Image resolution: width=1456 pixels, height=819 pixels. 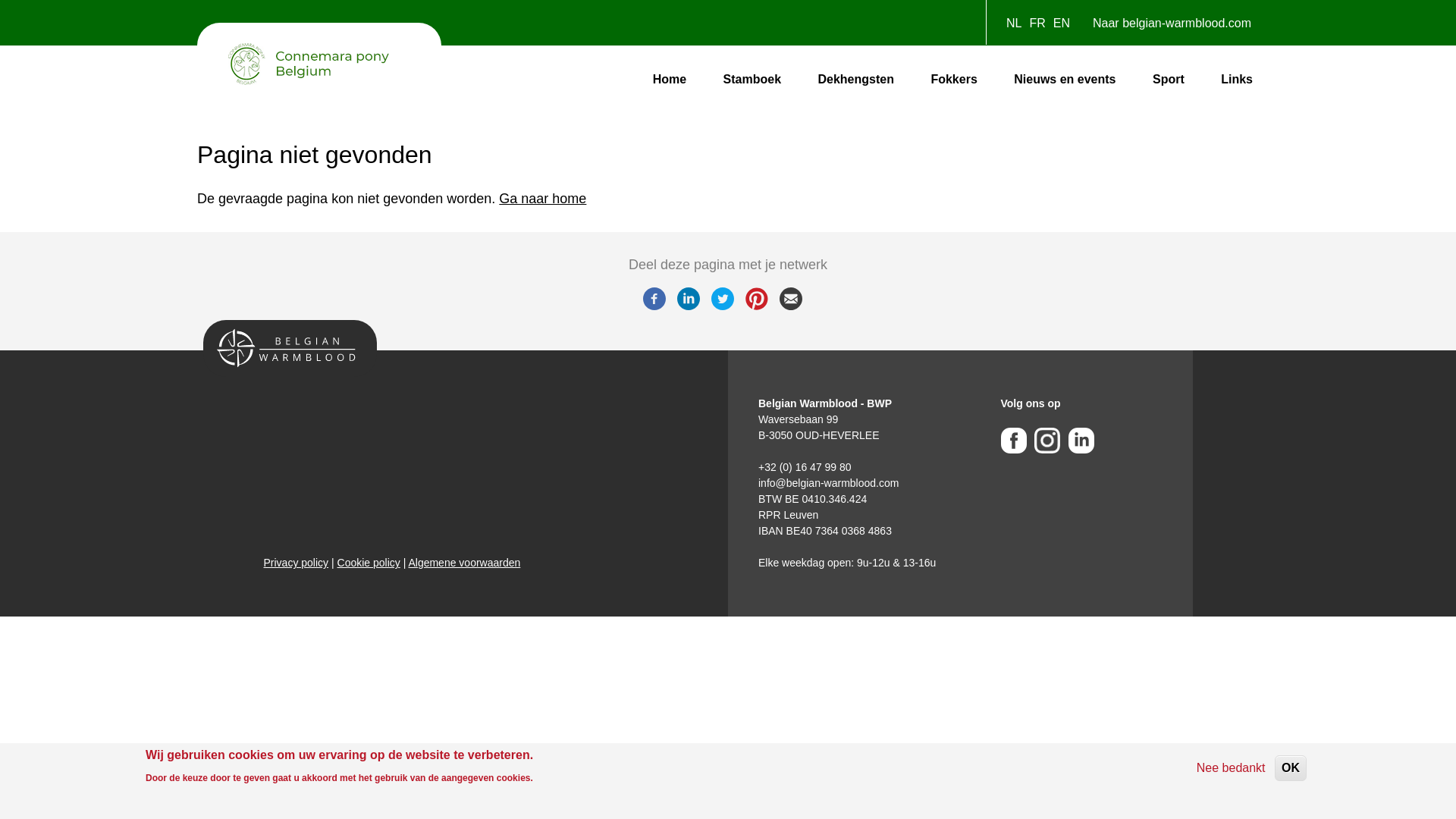 What do you see at coordinates (722, 306) in the screenshot?
I see `'Twitter'` at bounding box center [722, 306].